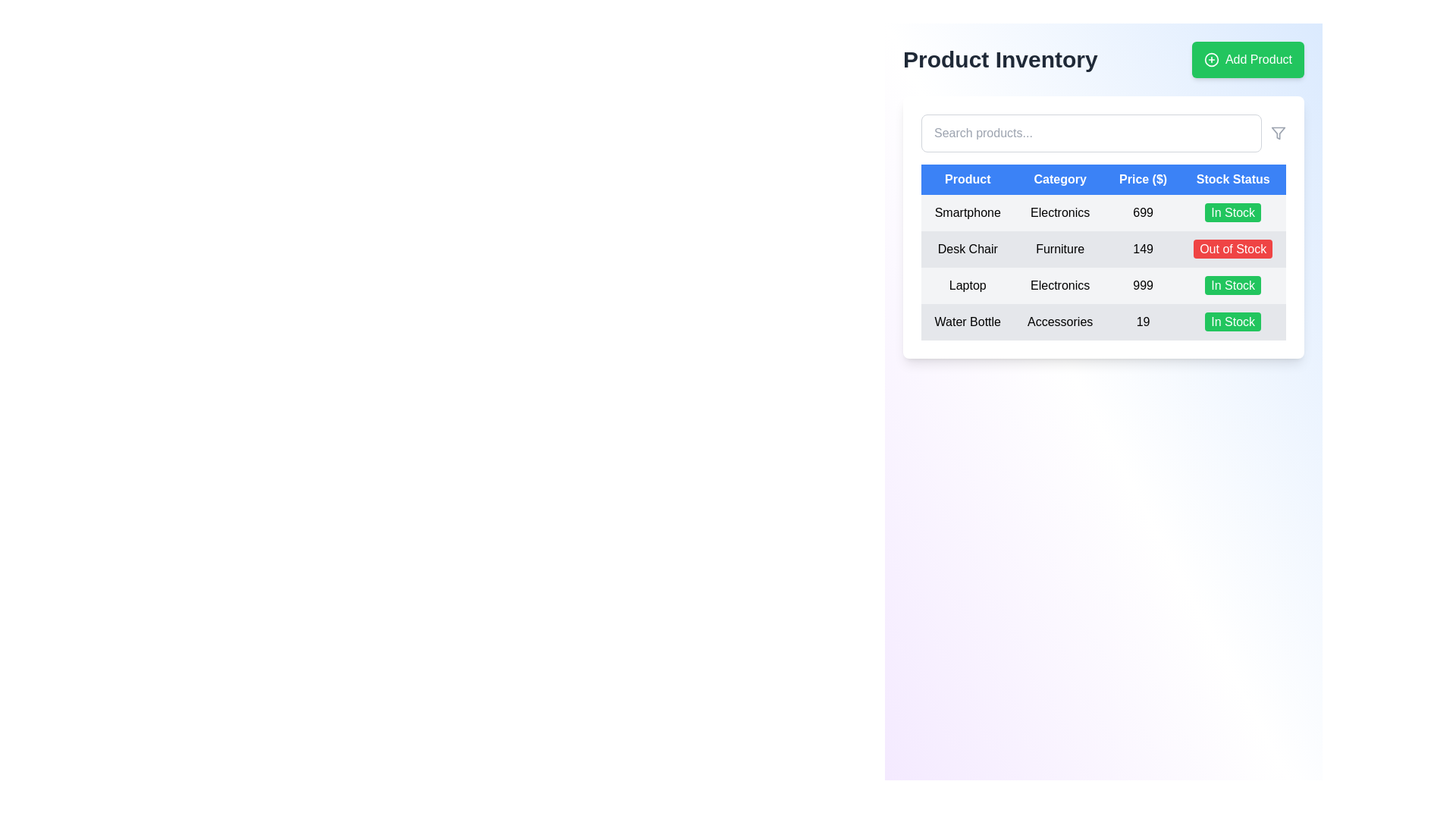  Describe the element at coordinates (1233, 213) in the screenshot. I see `the availability indicator label in the last column of the first row of the 'Product Inventory' section, which shows that the 'Smartphone' is currently in stock` at that location.